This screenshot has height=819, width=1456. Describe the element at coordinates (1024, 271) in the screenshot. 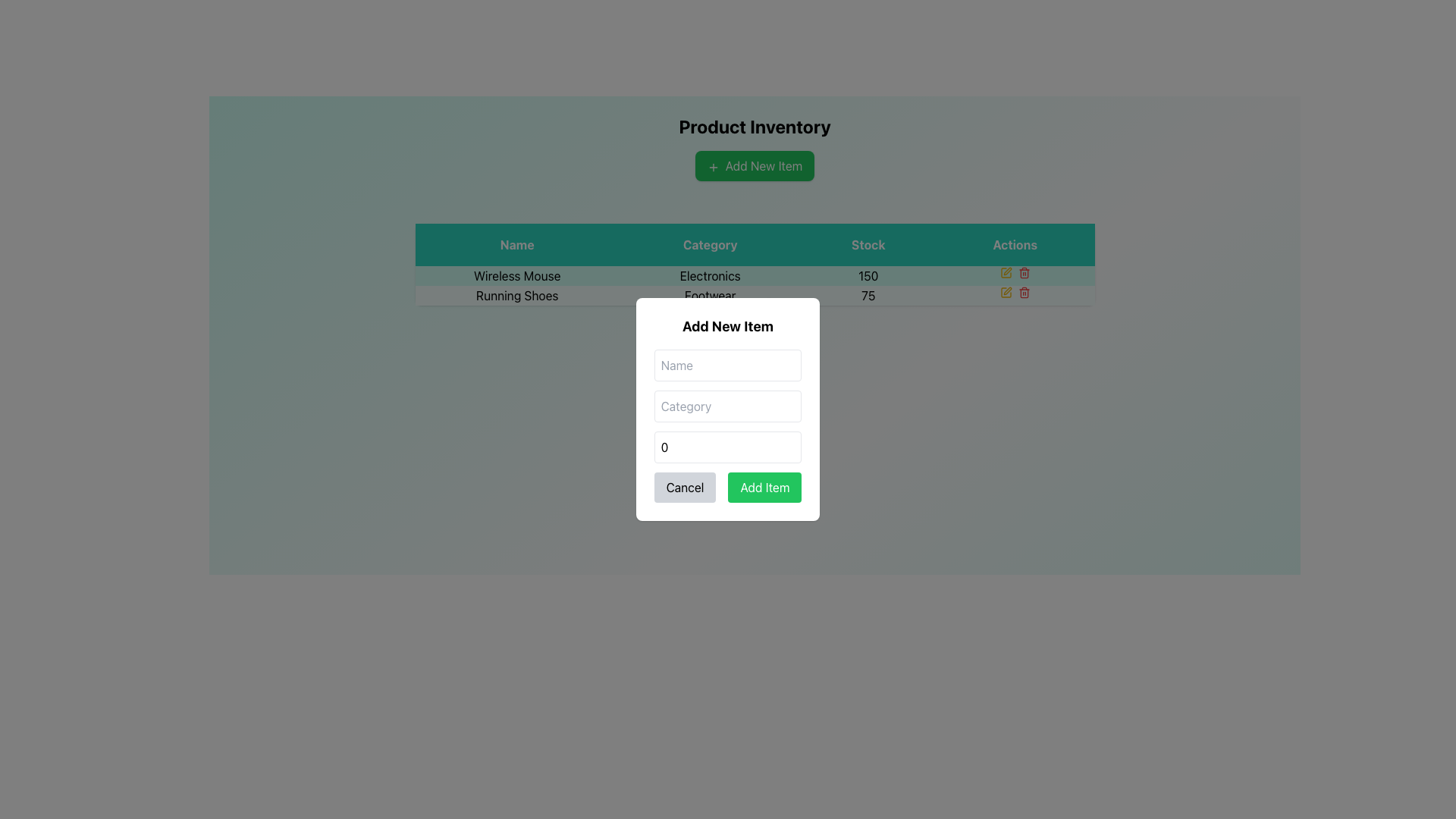

I see `the trash can icon in the Actions column of the second row of the table` at that location.